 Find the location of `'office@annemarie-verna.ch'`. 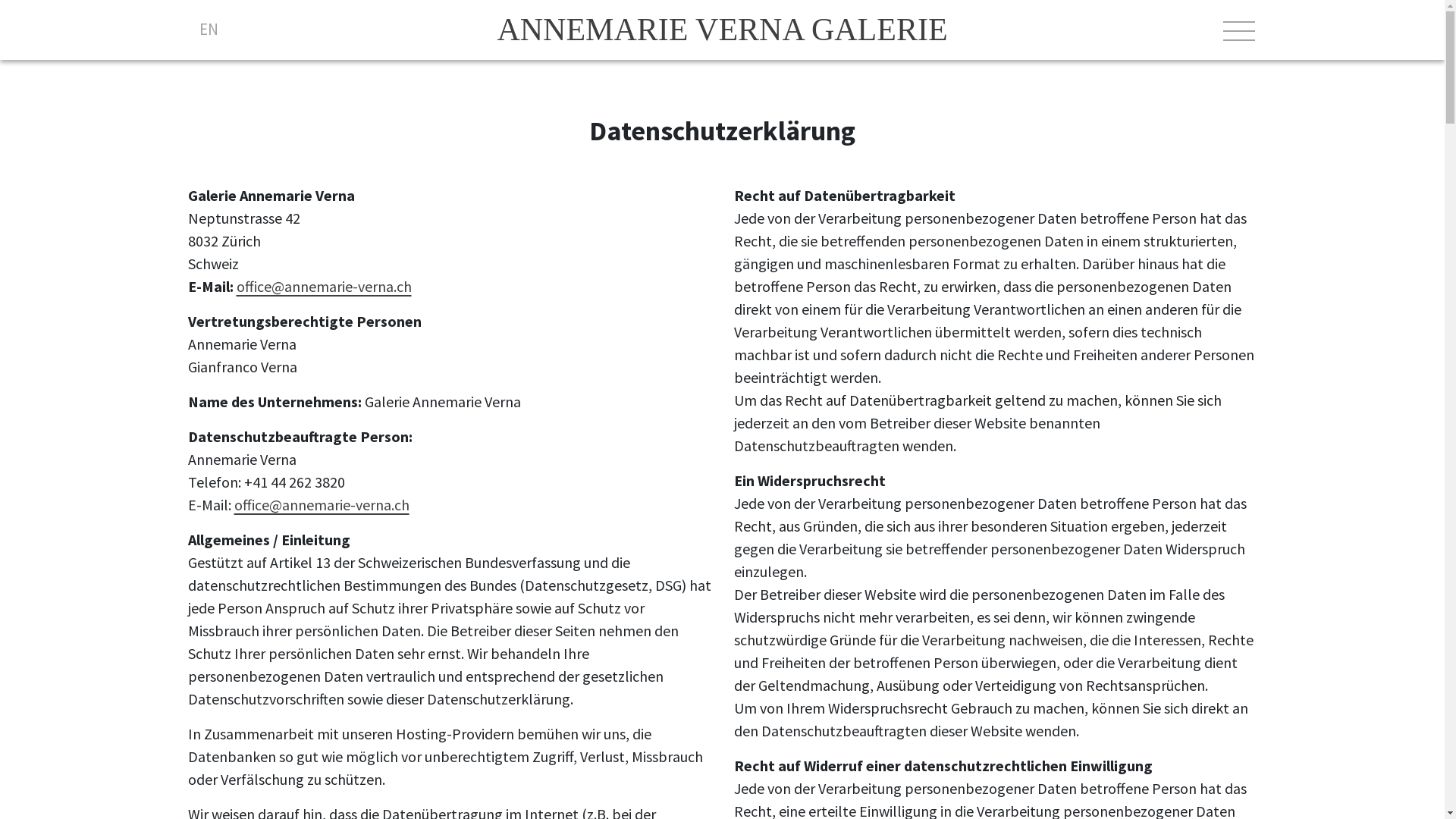

'office@annemarie-verna.ch' is located at coordinates (323, 286).